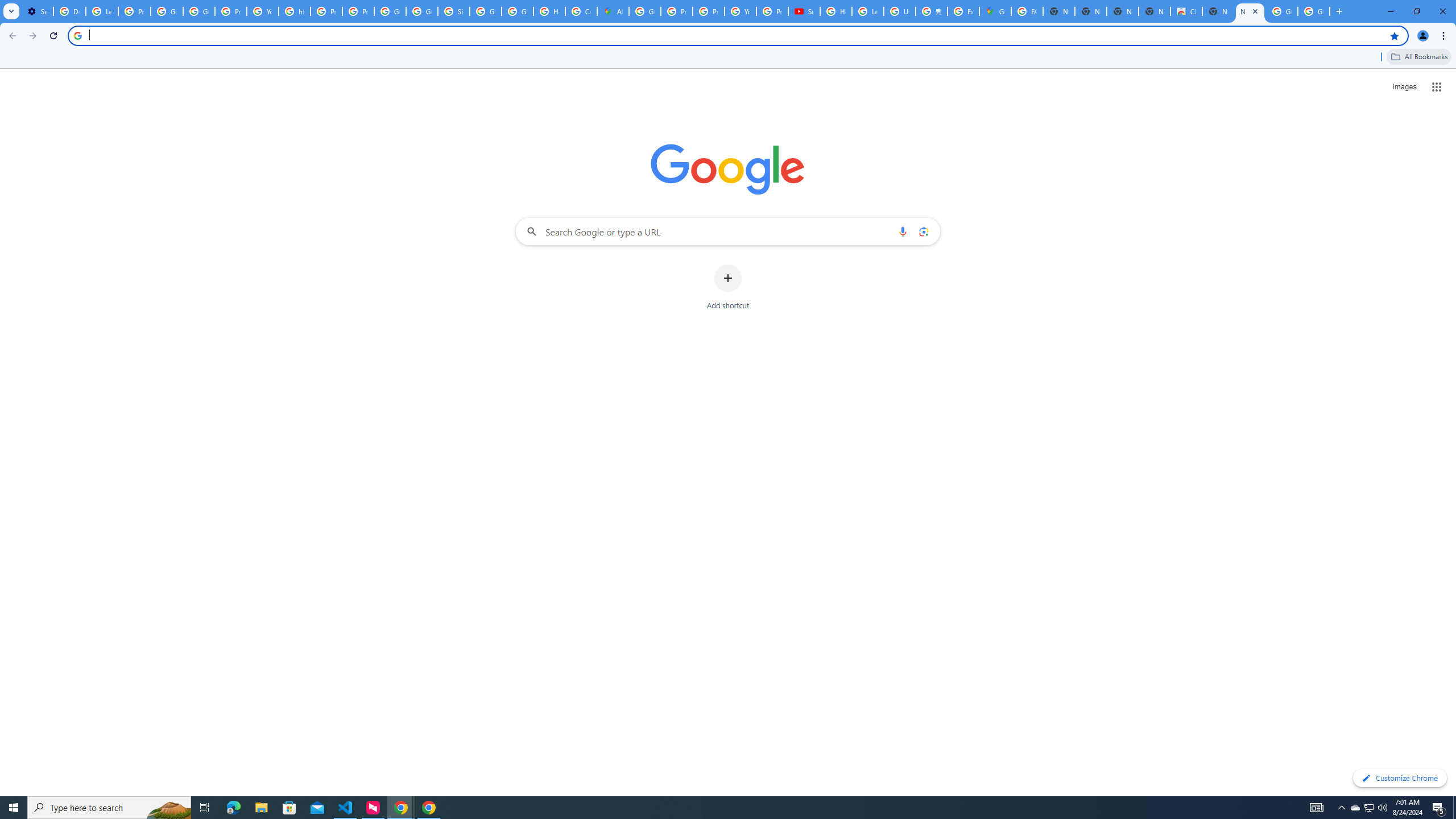  What do you see at coordinates (1282, 11) in the screenshot?
I see `'Google Images'` at bounding box center [1282, 11].